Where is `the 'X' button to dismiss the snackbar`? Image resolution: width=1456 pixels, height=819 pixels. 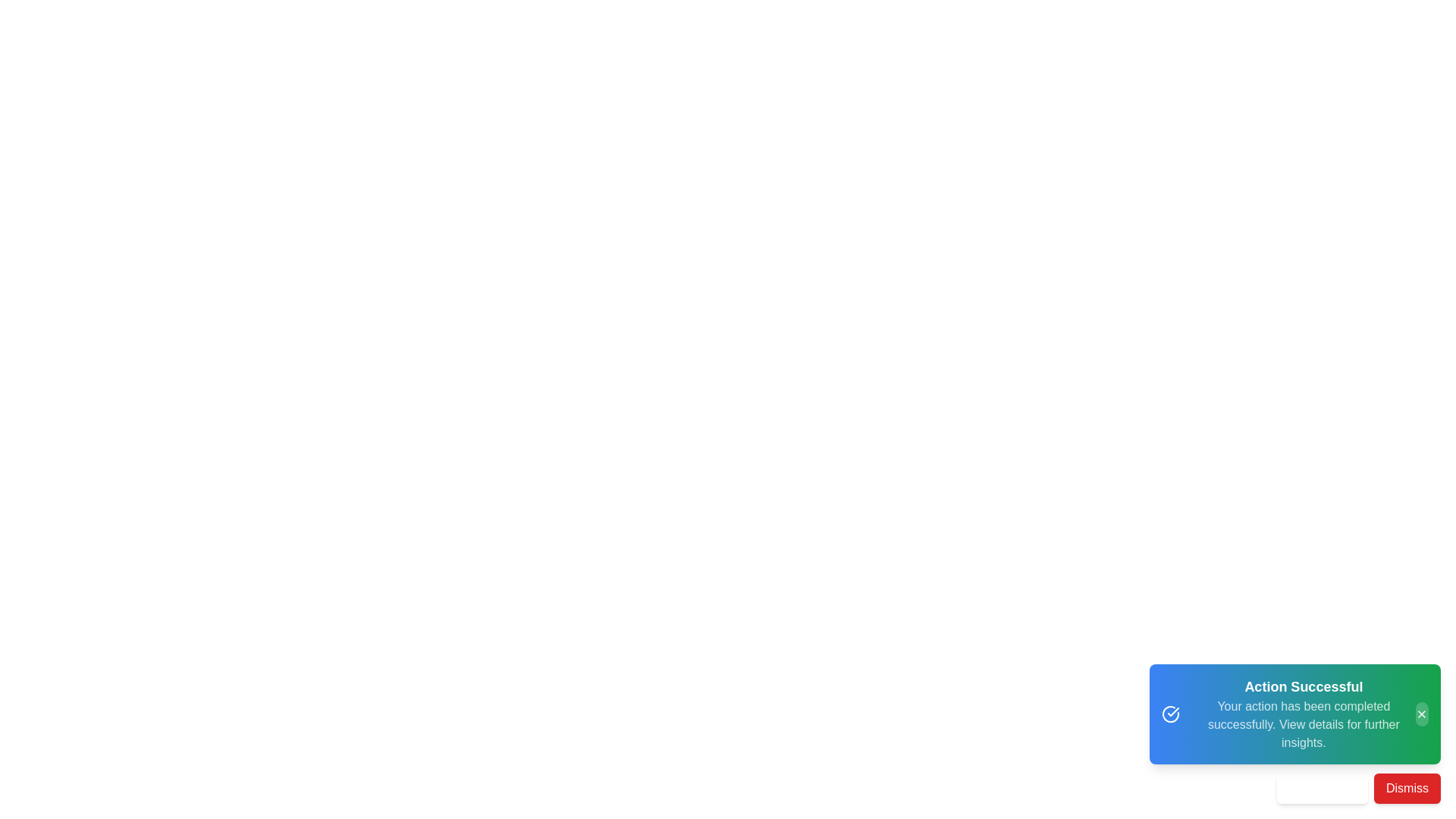
the 'X' button to dismiss the snackbar is located at coordinates (1421, 714).